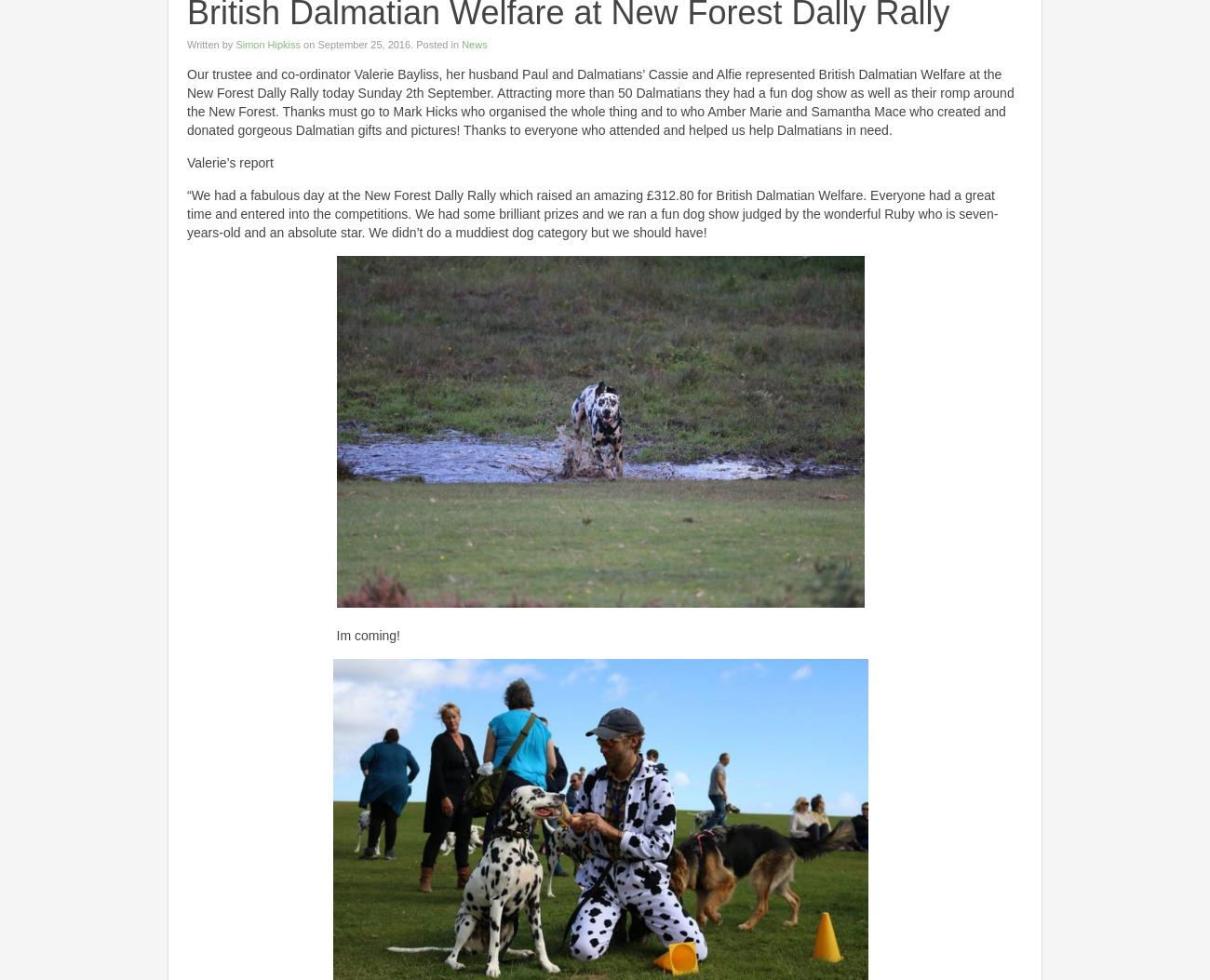  I want to click on '. Posted in', so click(435, 45).